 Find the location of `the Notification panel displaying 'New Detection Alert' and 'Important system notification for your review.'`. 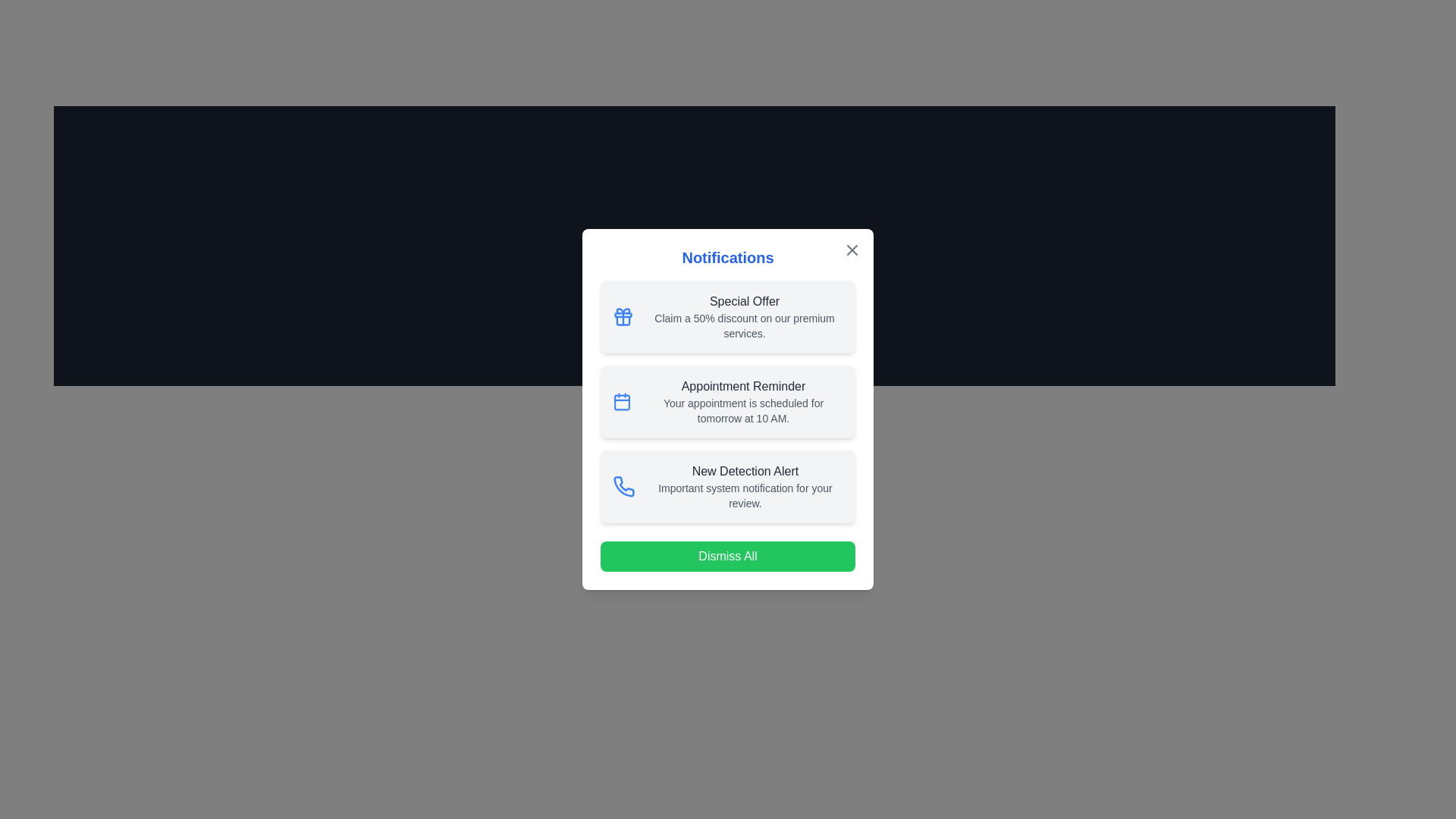

the Notification panel displaying 'New Detection Alert' and 'Important system notification for your review.' is located at coordinates (728, 486).